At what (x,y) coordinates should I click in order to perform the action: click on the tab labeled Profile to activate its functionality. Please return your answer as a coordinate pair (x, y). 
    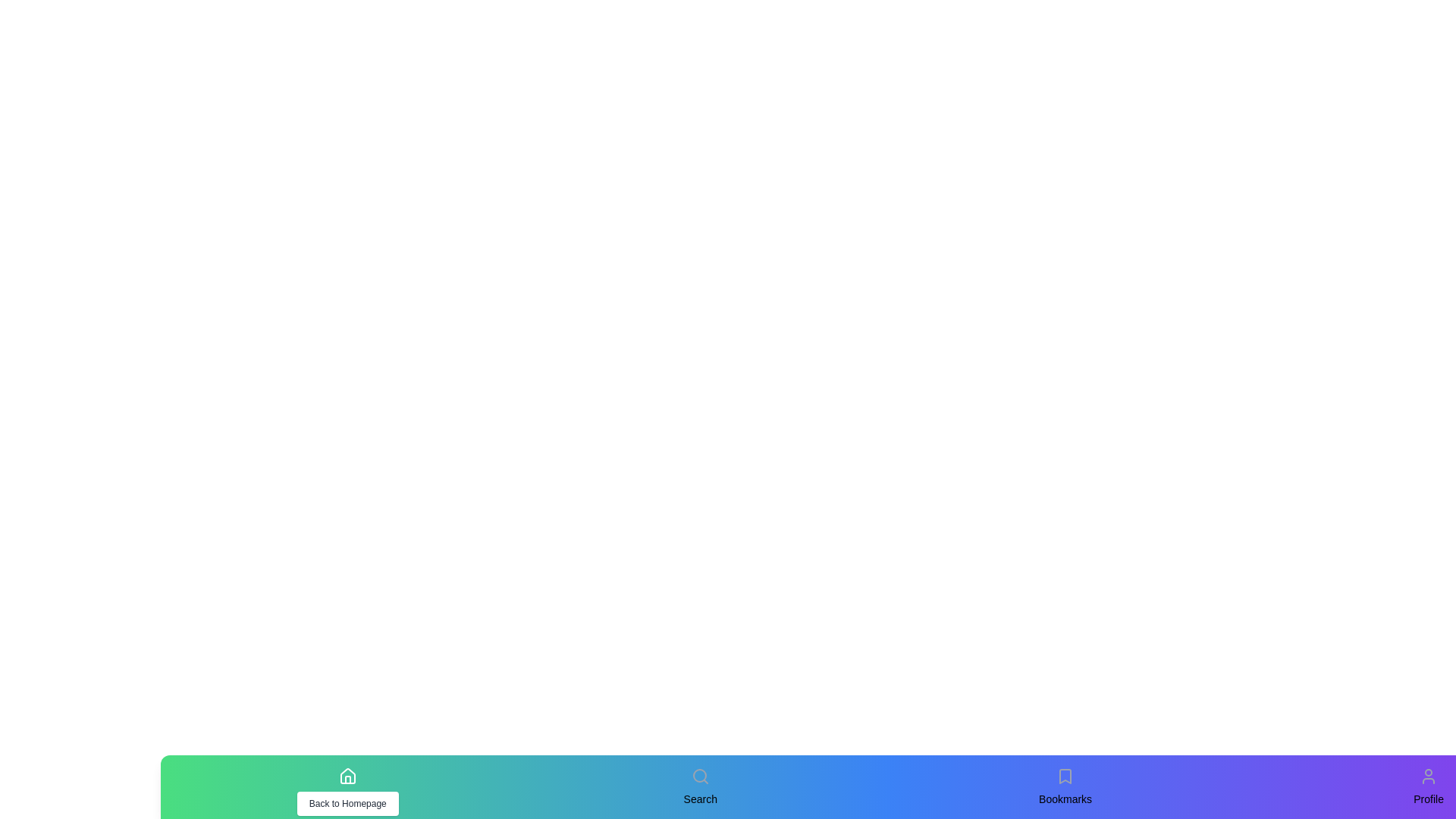
    Looking at the image, I should click on (1428, 776).